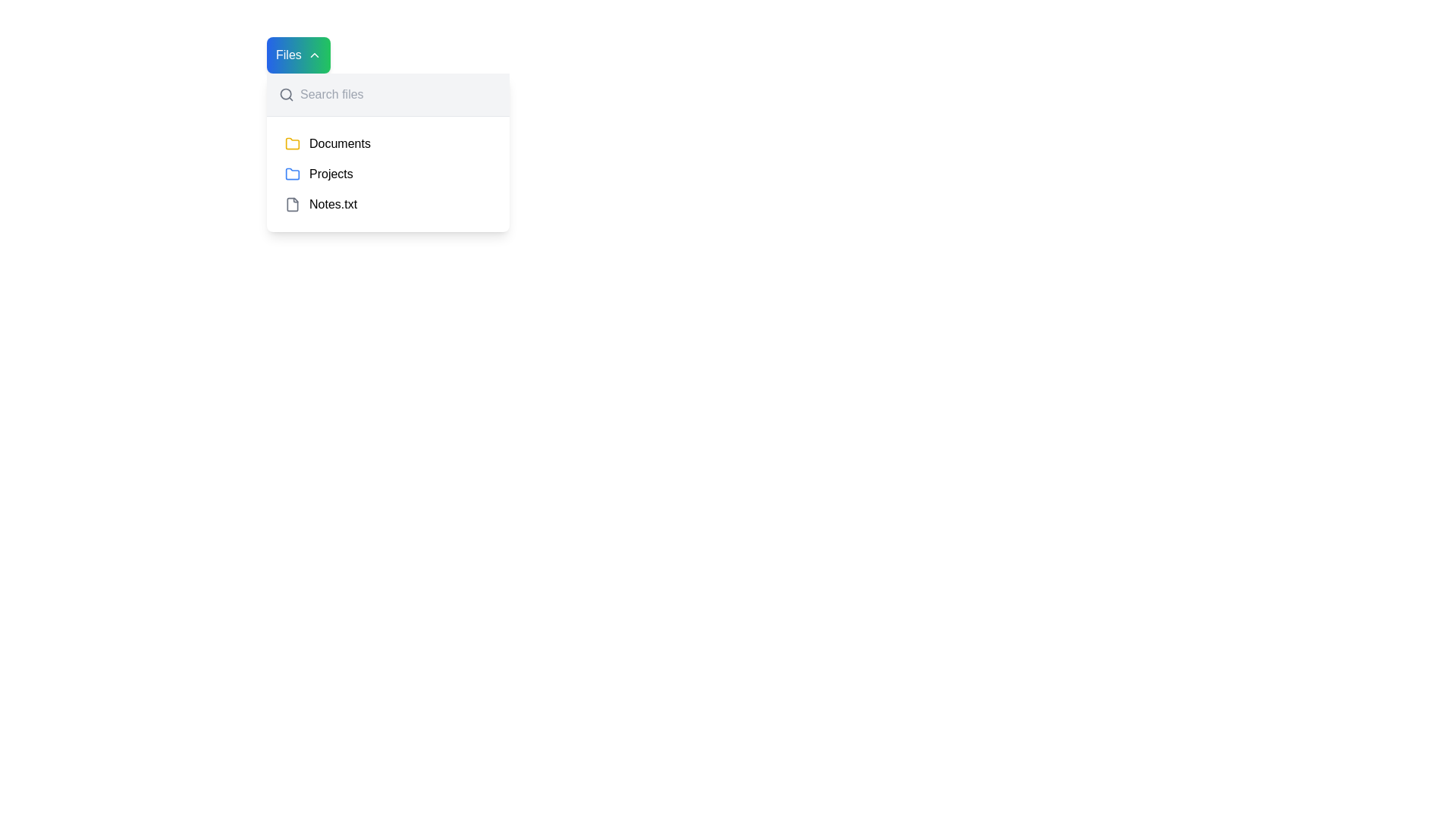 The height and width of the screenshot is (819, 1456). What do you see at coordinates (388, 143) in the screenshot?
I see `the first list item in the dropdown under the 'Files' menu` at bounding box center [388, 143].